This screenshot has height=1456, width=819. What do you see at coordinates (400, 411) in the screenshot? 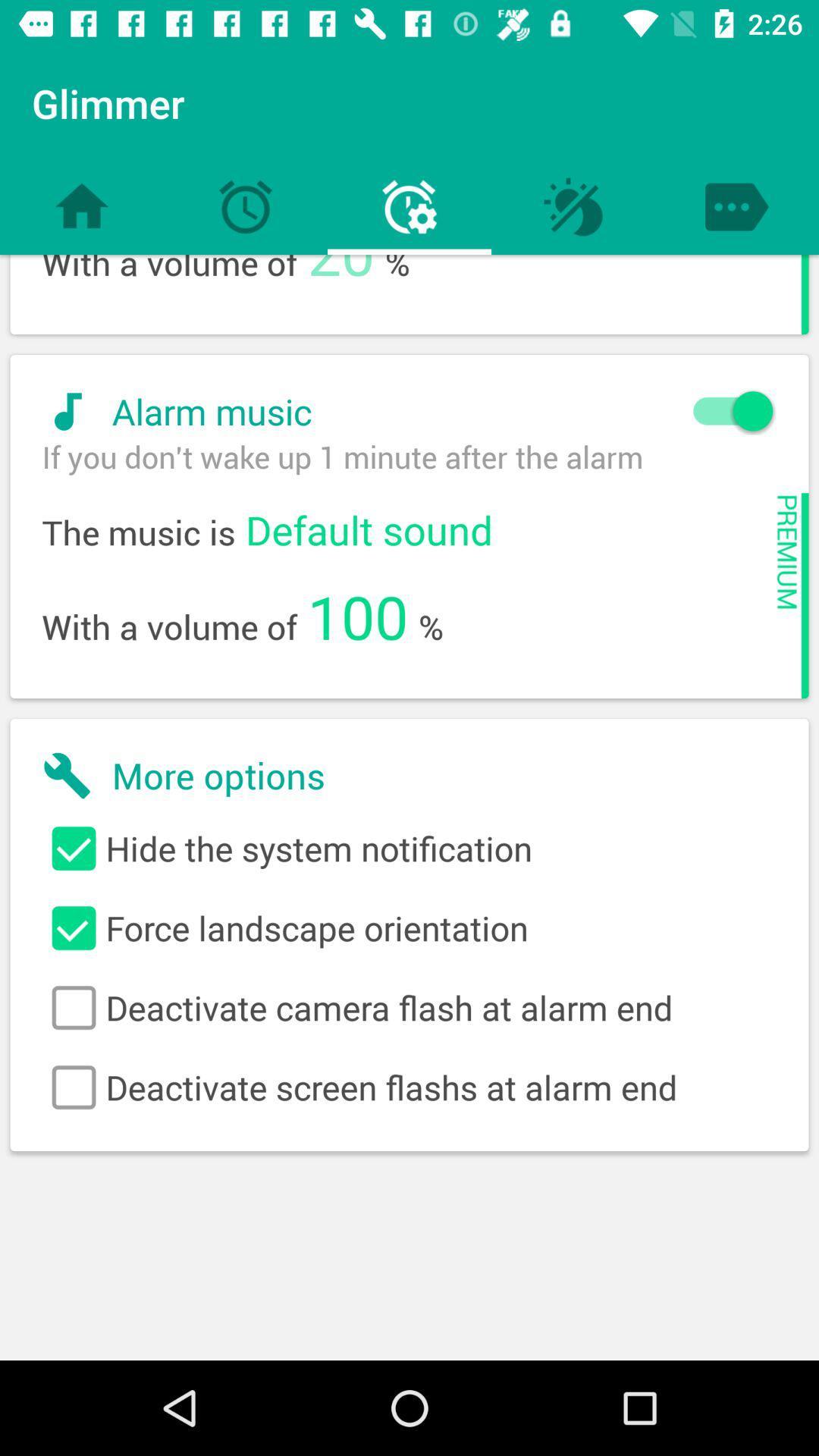
I see `alarm music` at bounding box center [400, 411].